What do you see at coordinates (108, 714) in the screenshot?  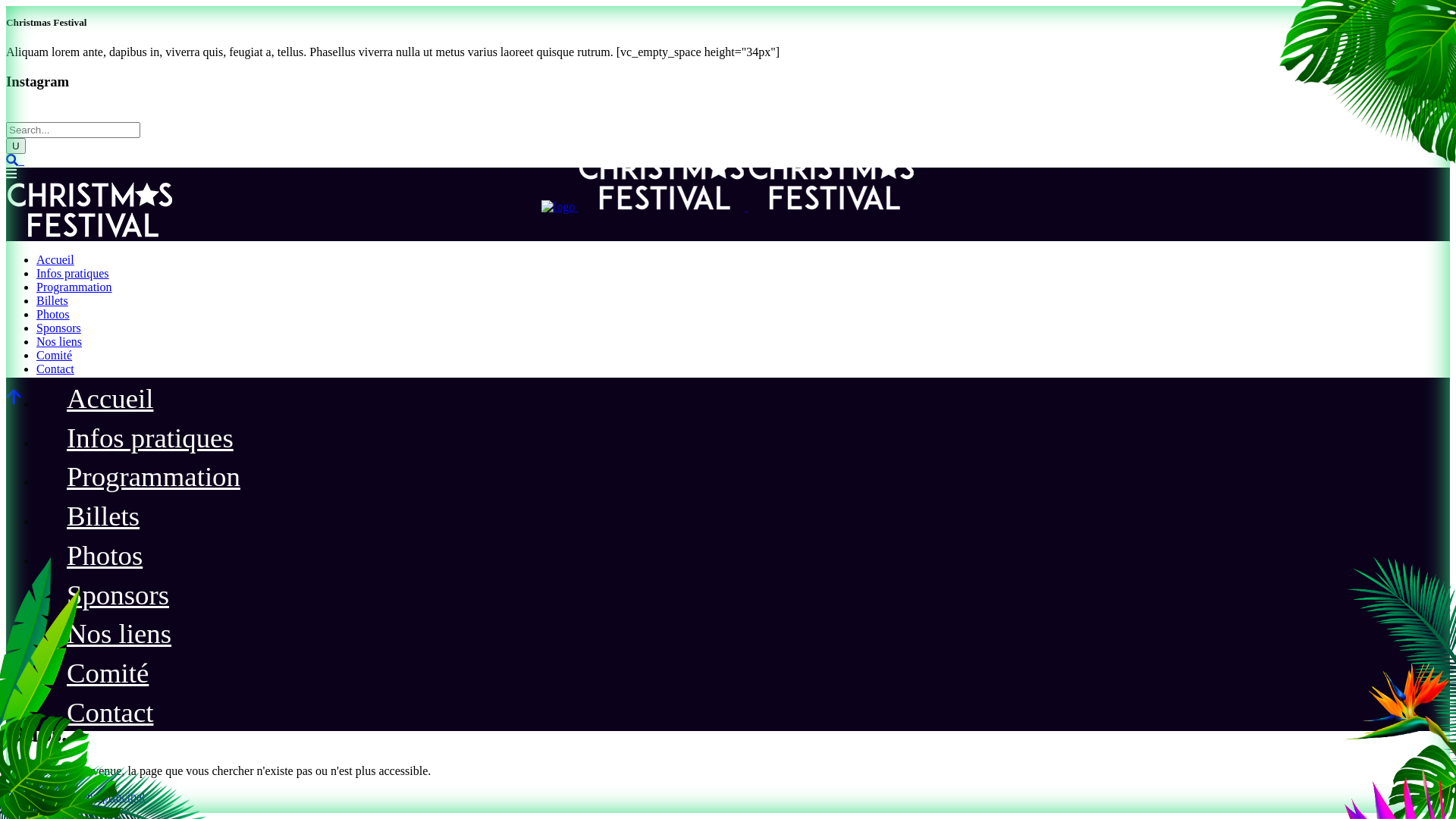 I see `'Contact'` at bounding box center [108, 714].